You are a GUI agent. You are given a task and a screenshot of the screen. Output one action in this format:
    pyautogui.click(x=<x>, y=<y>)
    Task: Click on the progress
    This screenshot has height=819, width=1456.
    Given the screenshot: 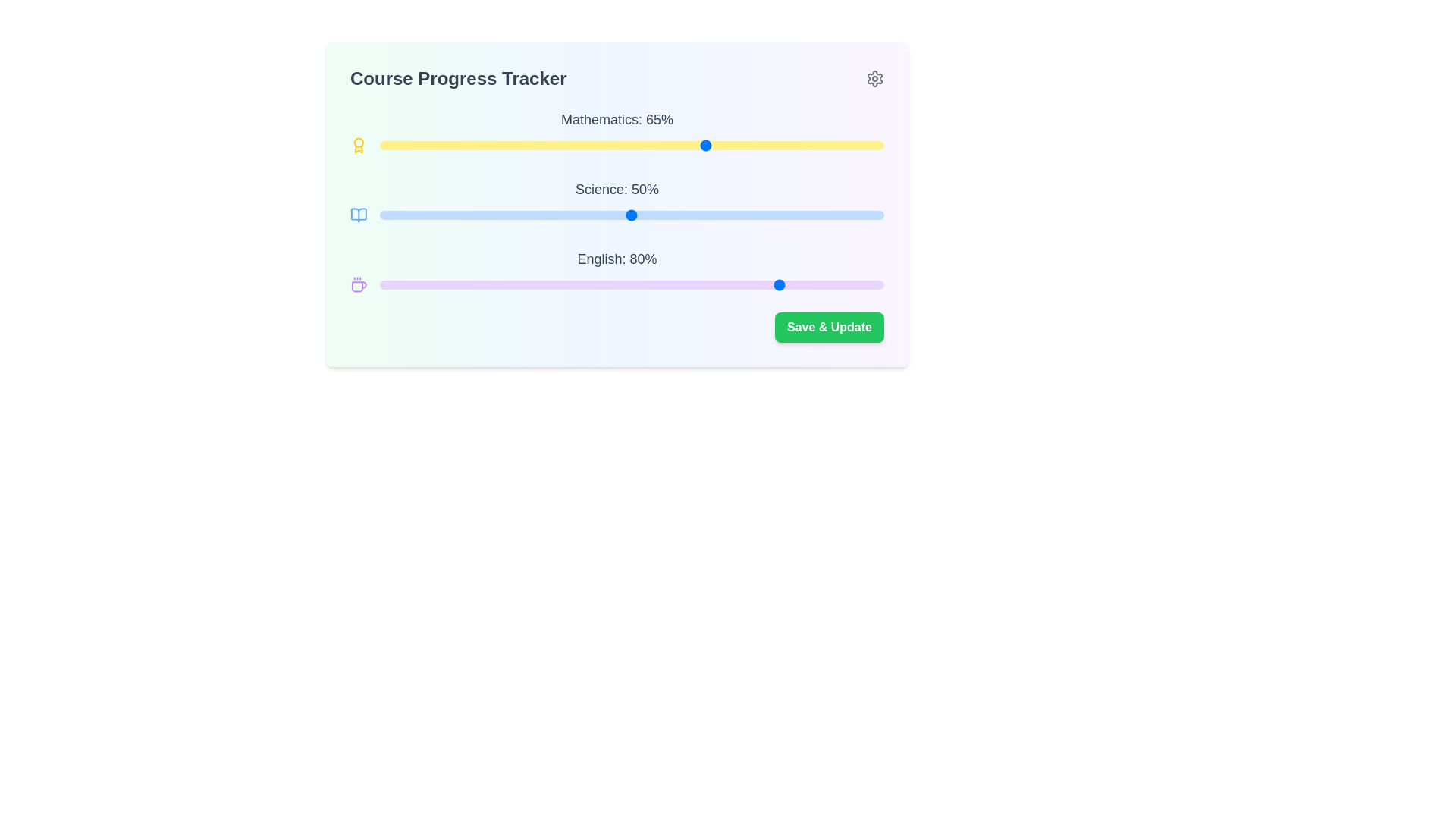 What is the action you would take?
    pyautogui.click(x=404, y=215)
    